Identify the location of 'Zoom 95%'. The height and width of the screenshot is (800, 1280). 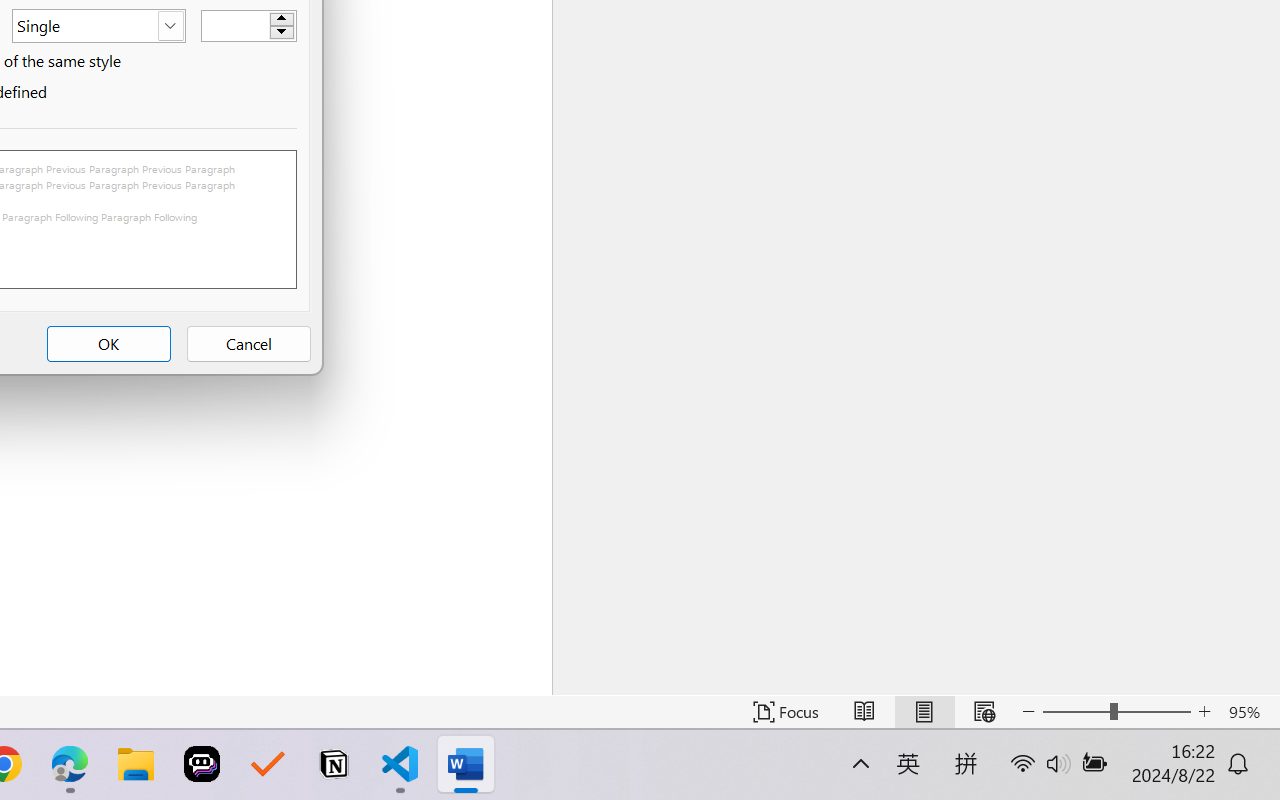
(1248, 711).